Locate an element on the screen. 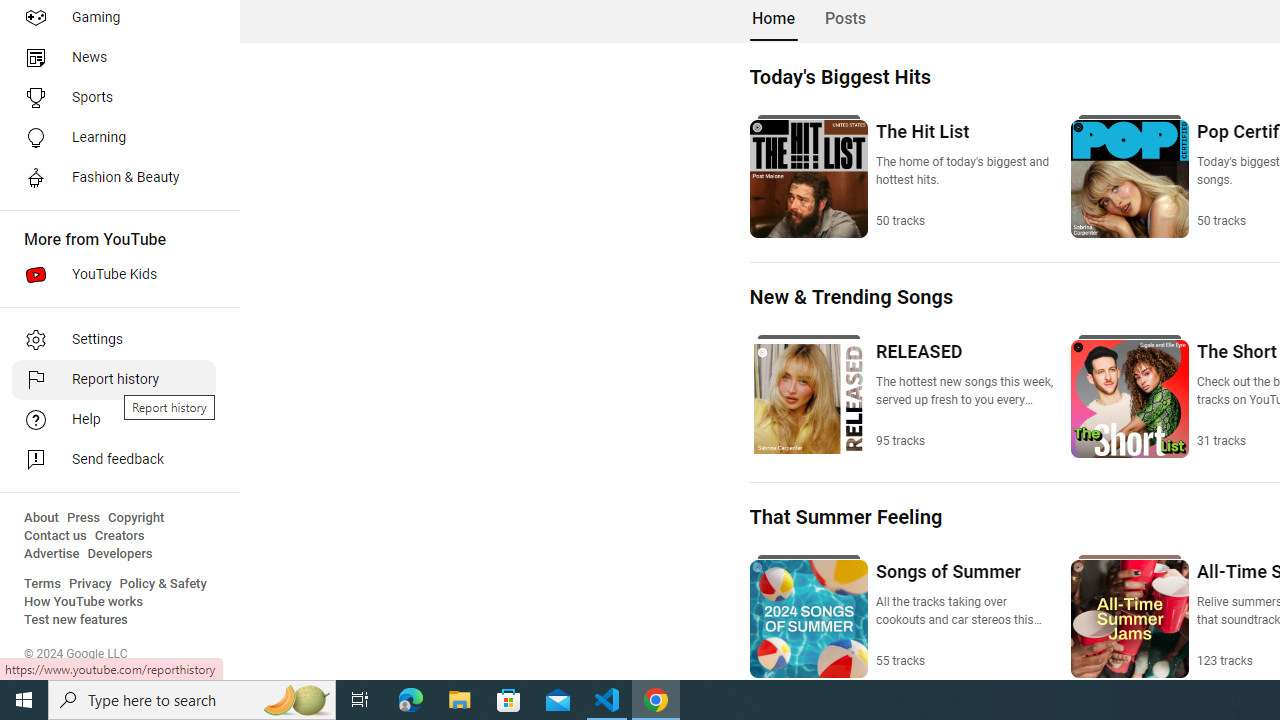  'News' is located at coordinates (112, 56).